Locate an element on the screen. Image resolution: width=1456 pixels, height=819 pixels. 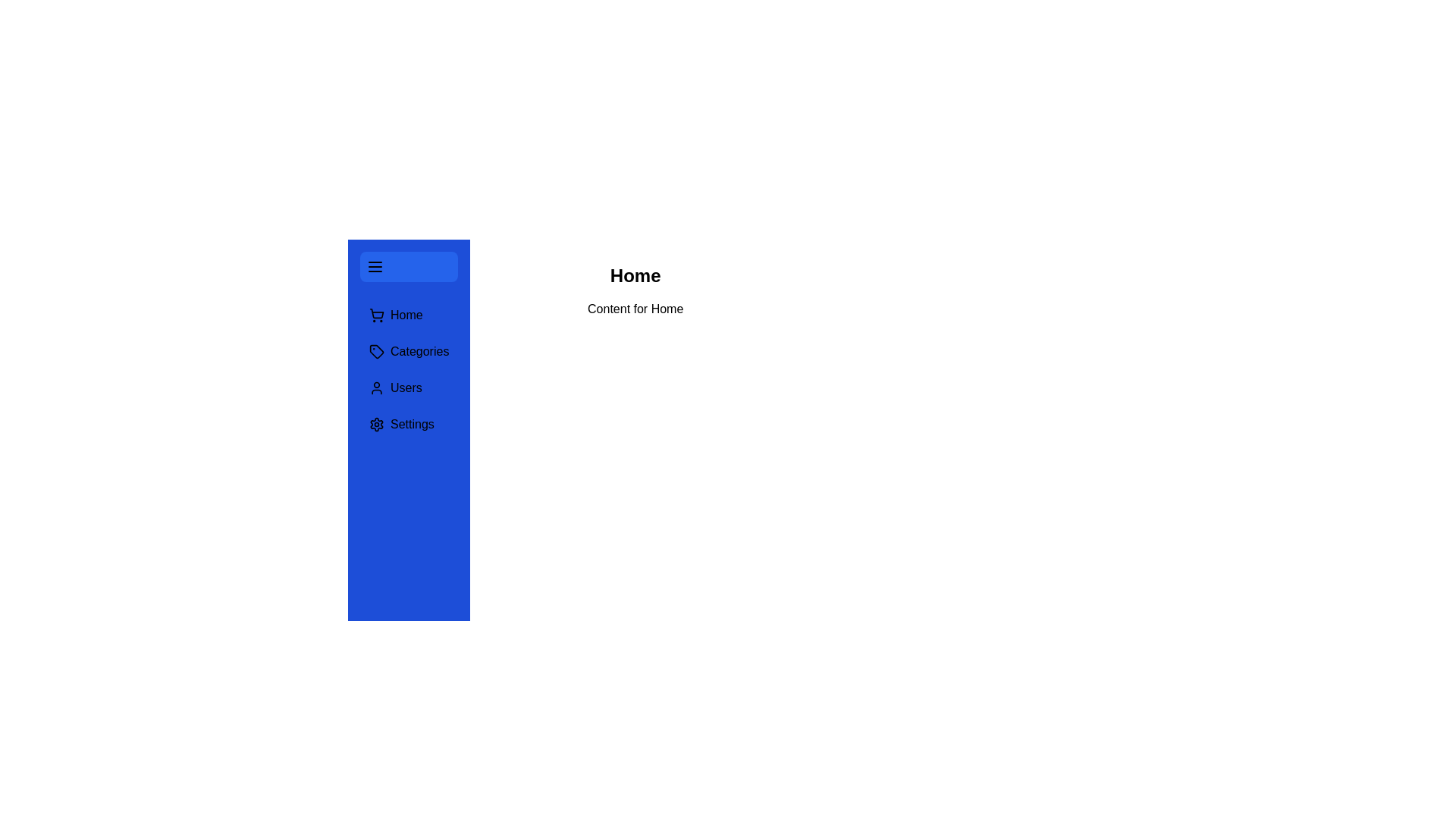
the Home section from the menu is located at coordinates (409, 315).